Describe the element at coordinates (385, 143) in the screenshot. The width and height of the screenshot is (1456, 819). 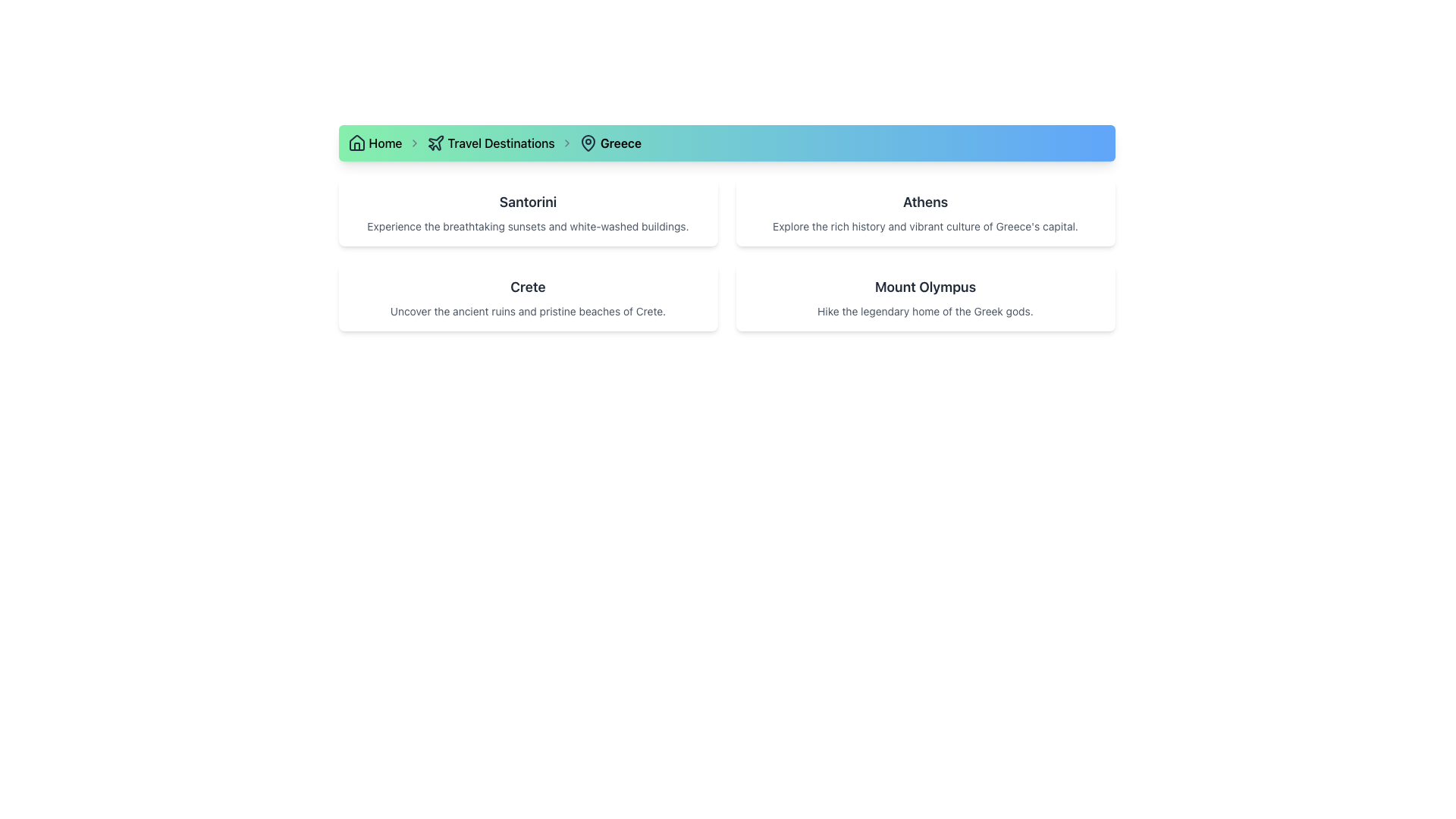
I see `label 'Home' in the breadcrumb navigation bar, which indicates the Home section of the application` at that location.